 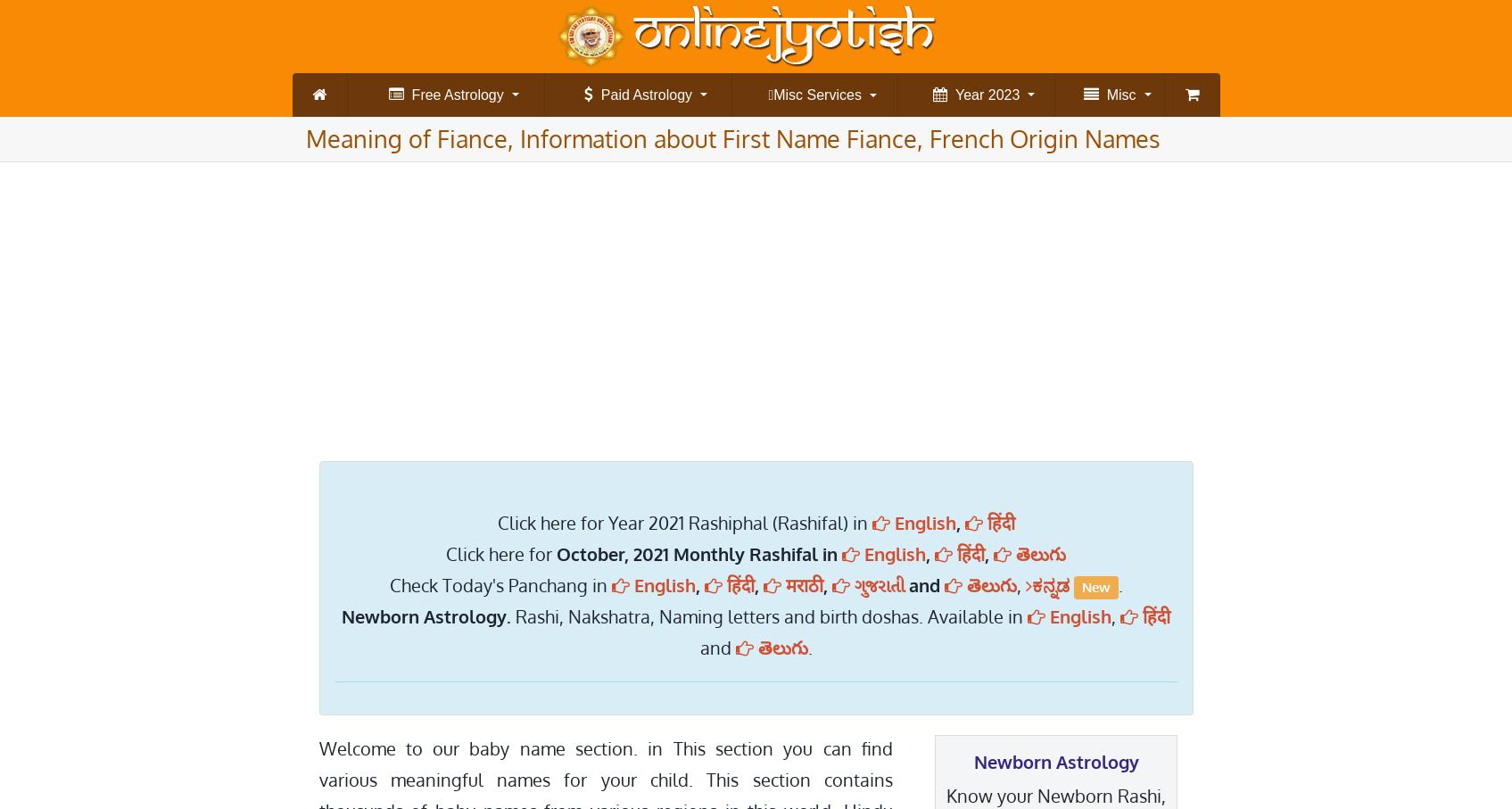 I want to click on 'New', so click(x=1095, y=586).